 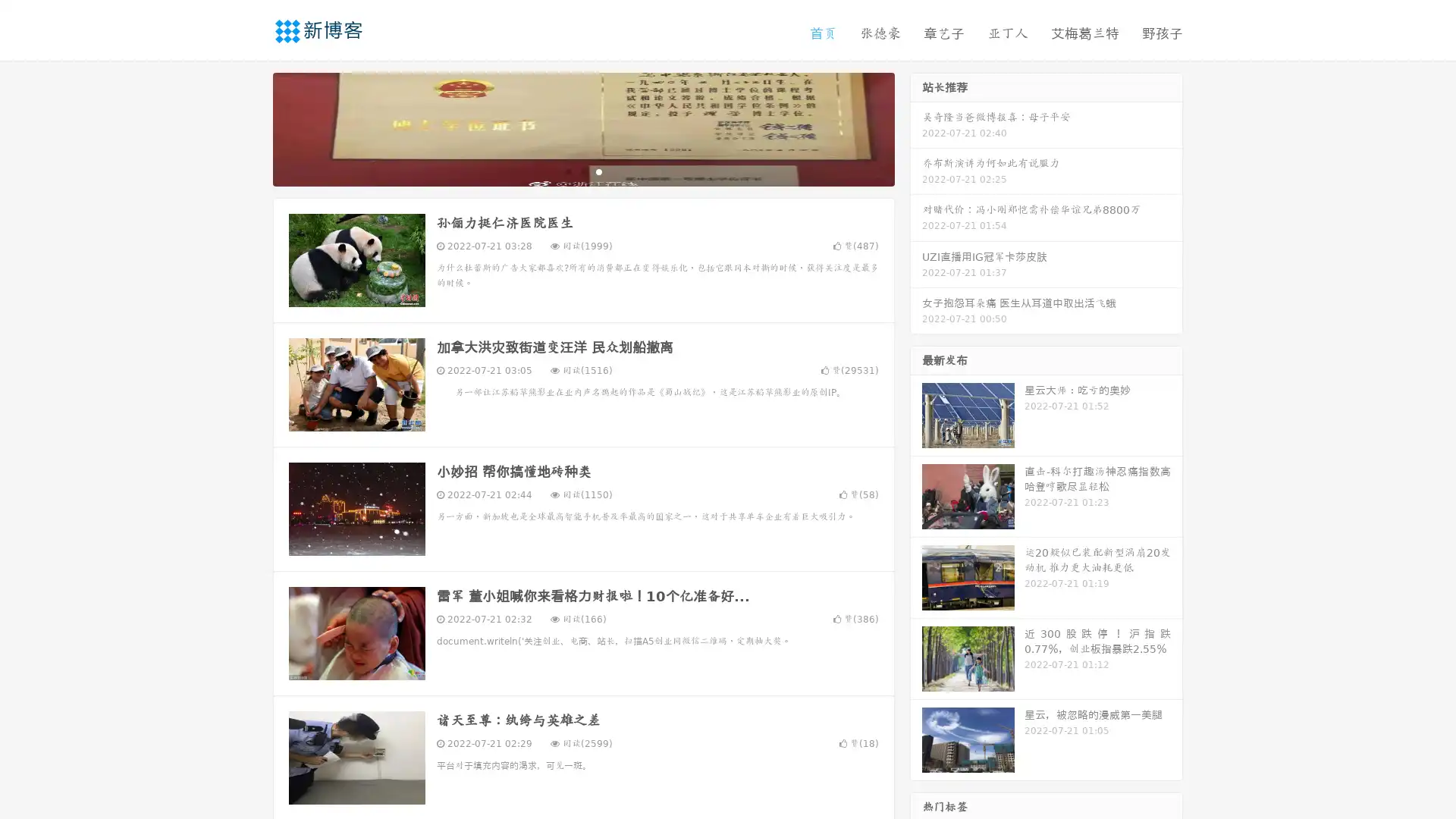 What do you see at coordinates (598, 171) in the screenshot?
I see `Go to slide 3` at bounding box center [598, 171].